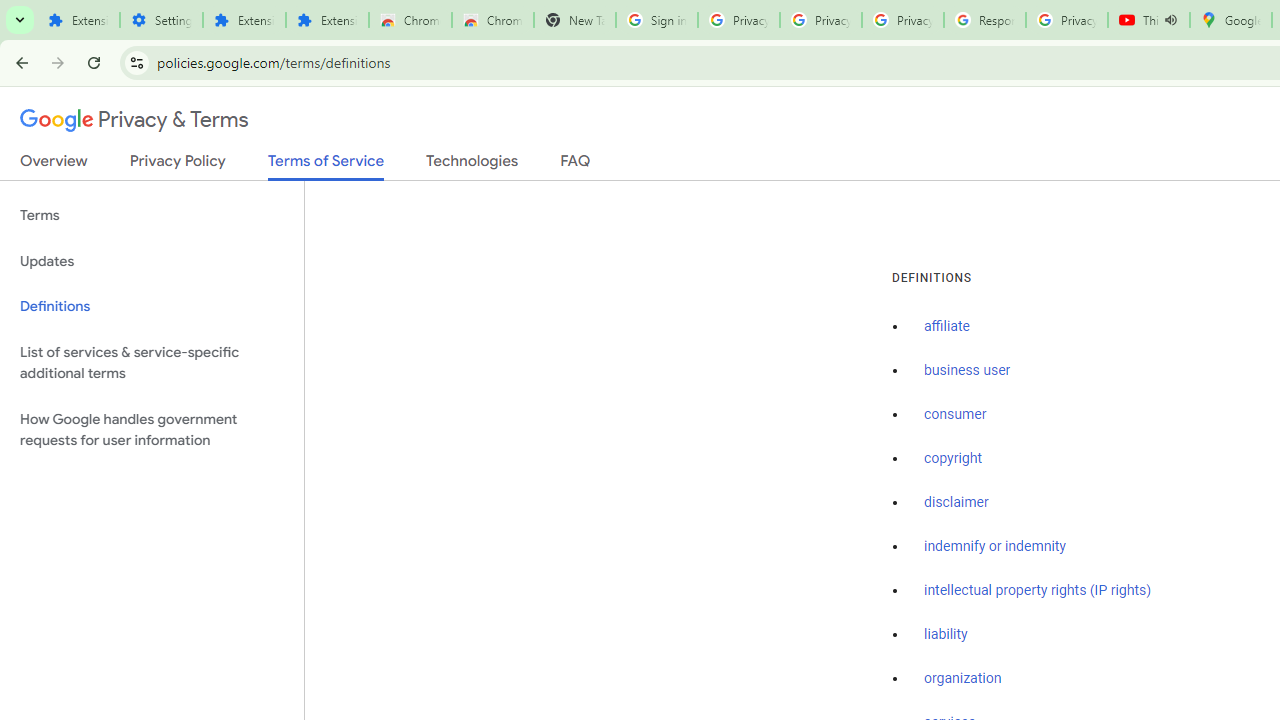 This screenshot has height=720, width=1280. I want to click on 'Technologies', so click(471, 164).